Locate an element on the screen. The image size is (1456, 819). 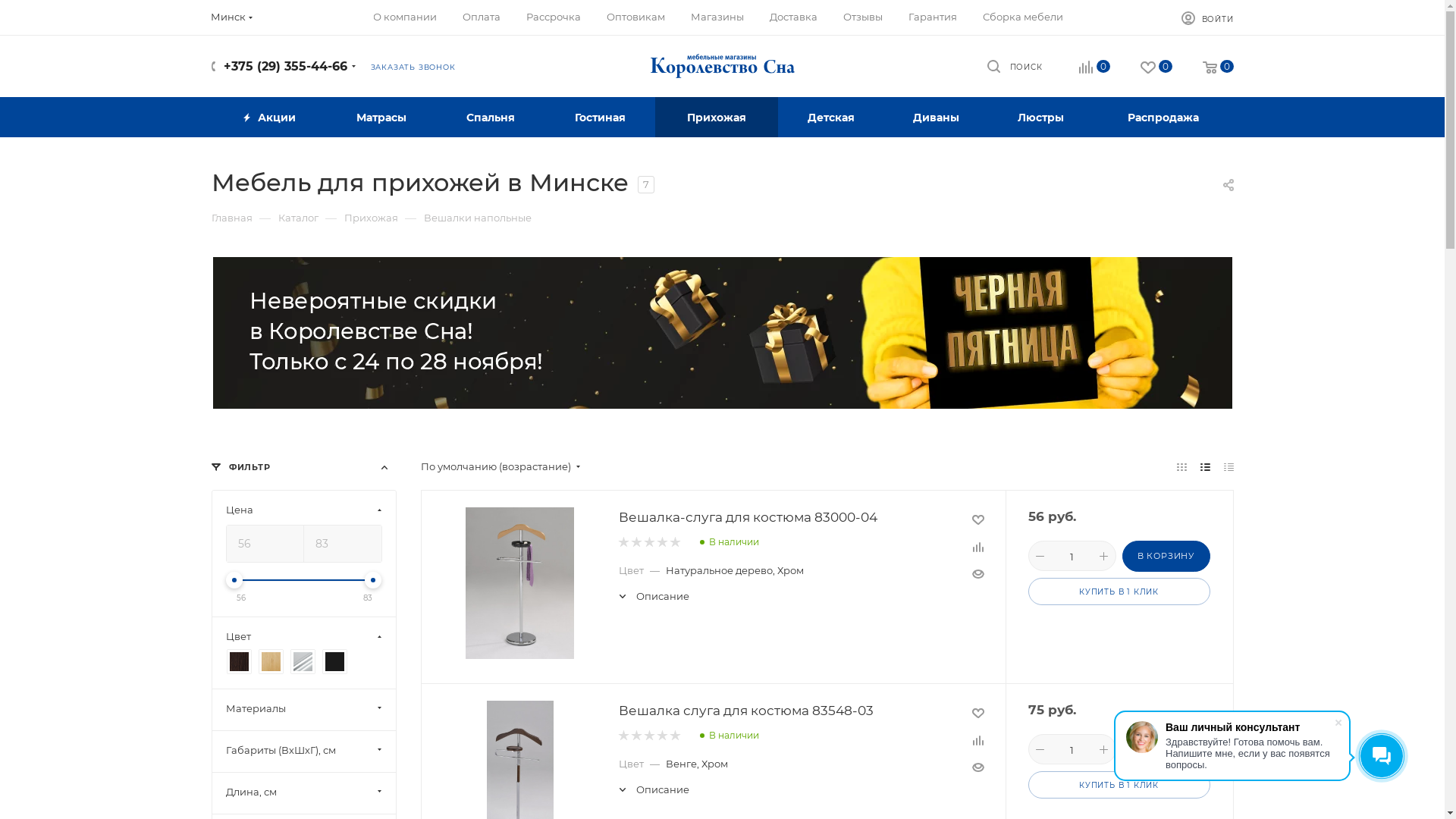
'0' is located at coordinates (1094, 68).